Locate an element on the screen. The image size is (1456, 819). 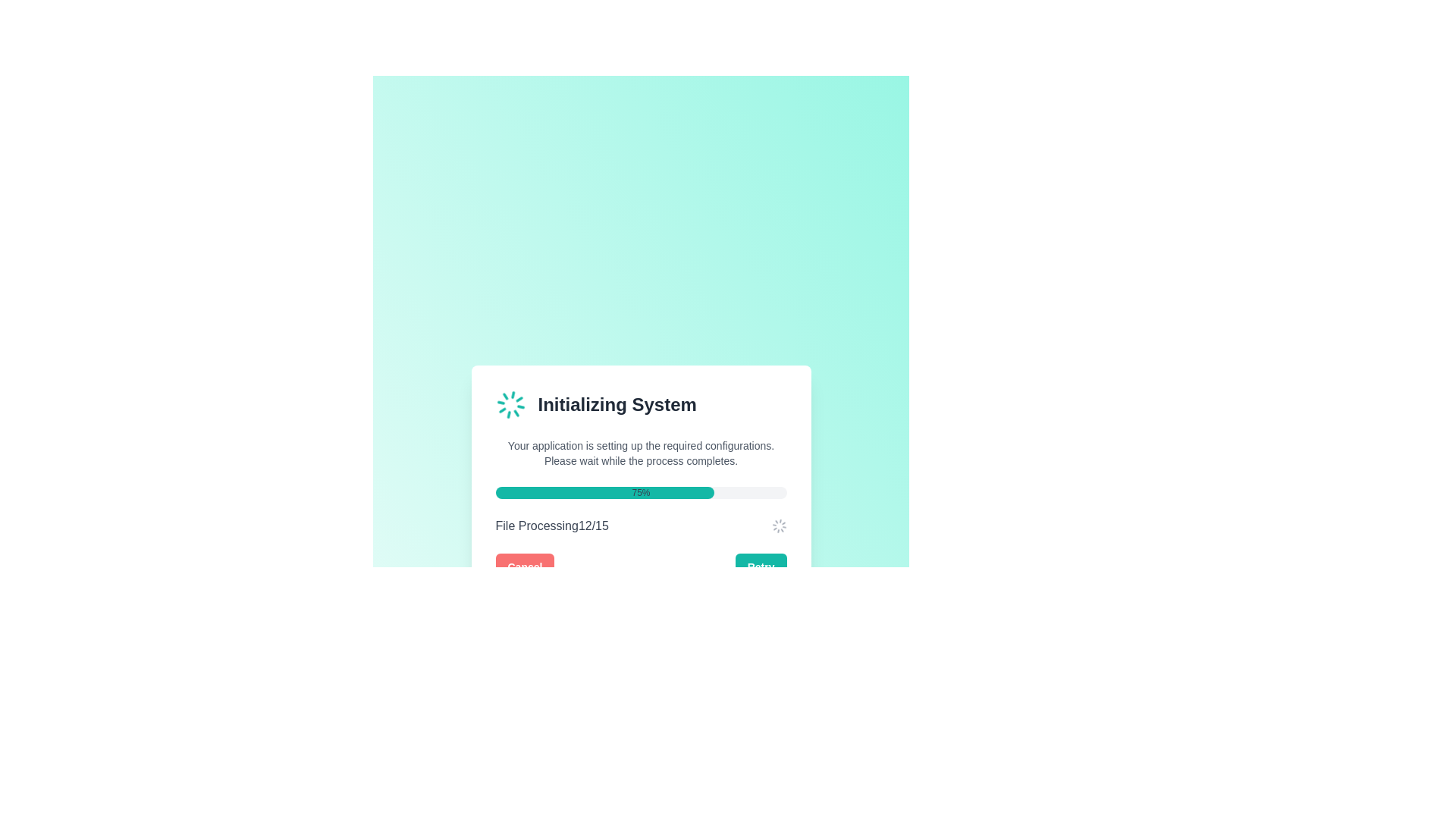
the spinning loader icon that is composed of circular teal bars, located to the left of the 'Initializing System' title is located at coordinates (510, 403).